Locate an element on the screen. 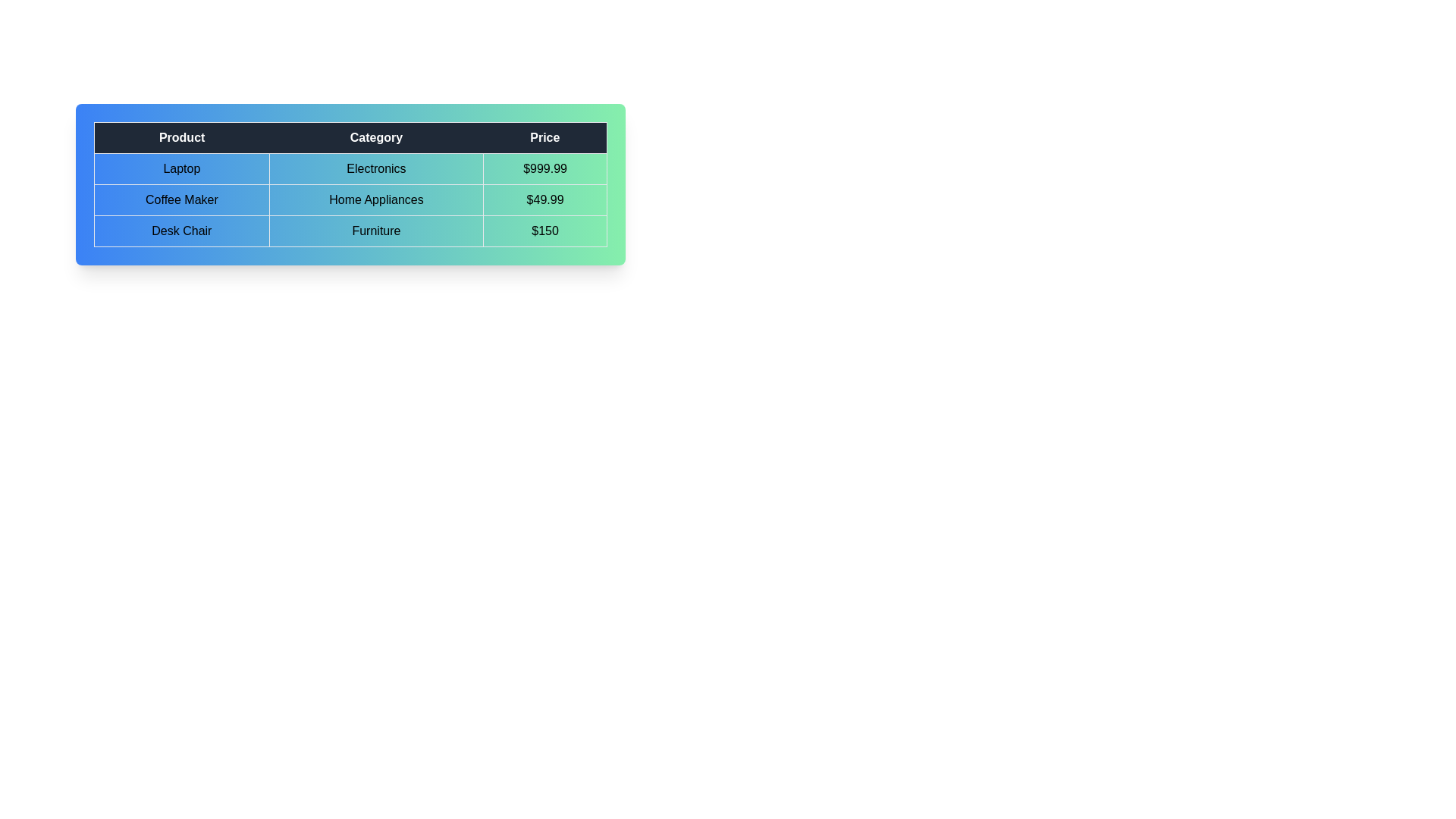 This screenshot has width=1456, height=819. the central area of the table displaying items, categories, and prices for interaction with individual items is located at coordinates (350, 184).